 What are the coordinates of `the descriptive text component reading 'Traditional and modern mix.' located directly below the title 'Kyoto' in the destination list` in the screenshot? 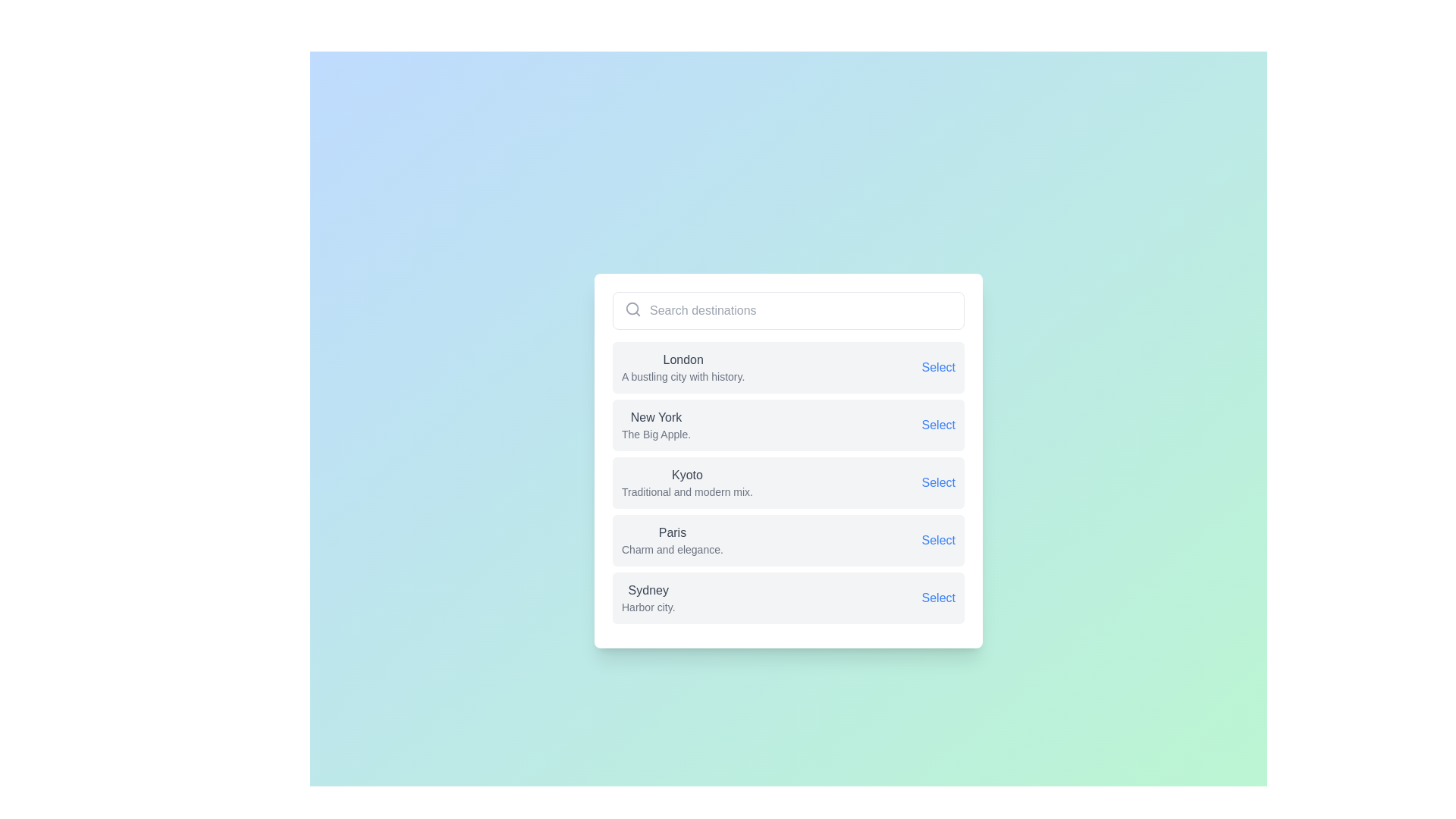 It's located at (686, 491).